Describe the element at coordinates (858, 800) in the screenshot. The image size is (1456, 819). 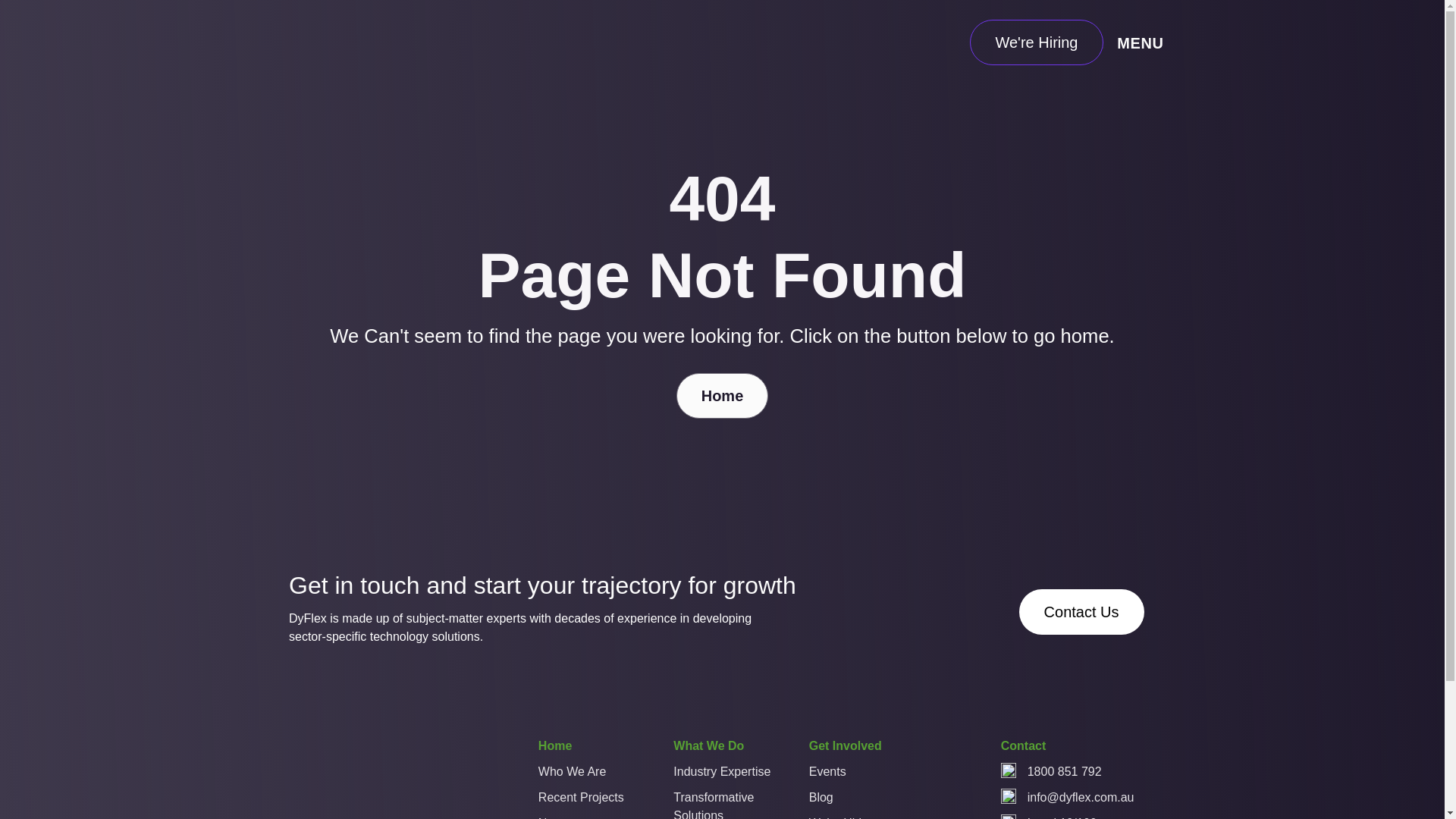
I see `'Blog'` at that location.